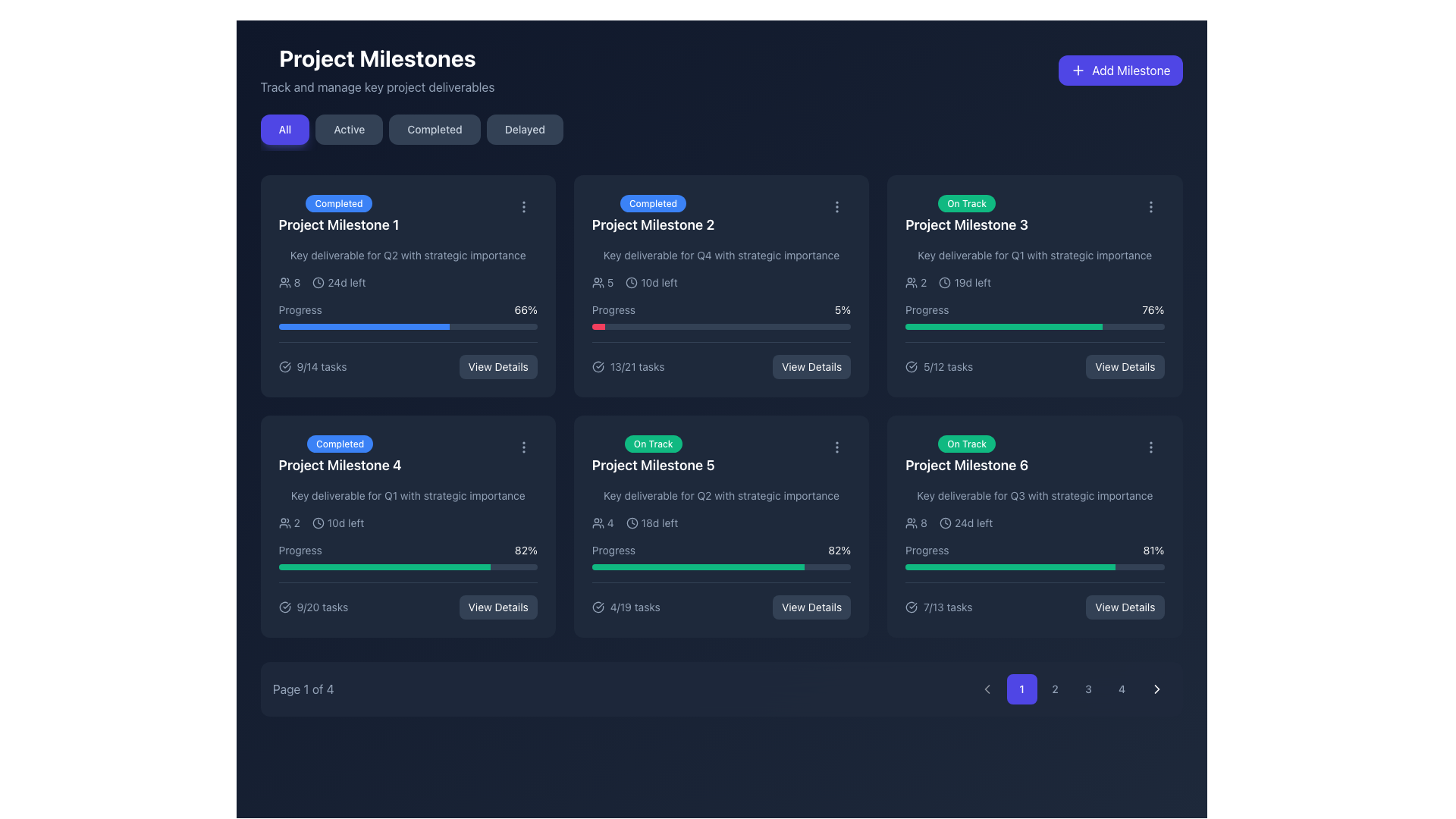 The height and width of the screenshot is (819, 1456). Describe the element at coordinates (720, 254) in the screenshot. I see `the Text label that provides additional descriptive information about the milestone for Q4, located in the second column of the first row beneath the 'Completed' badge and project title 'Project Milestone 2'` at that location.